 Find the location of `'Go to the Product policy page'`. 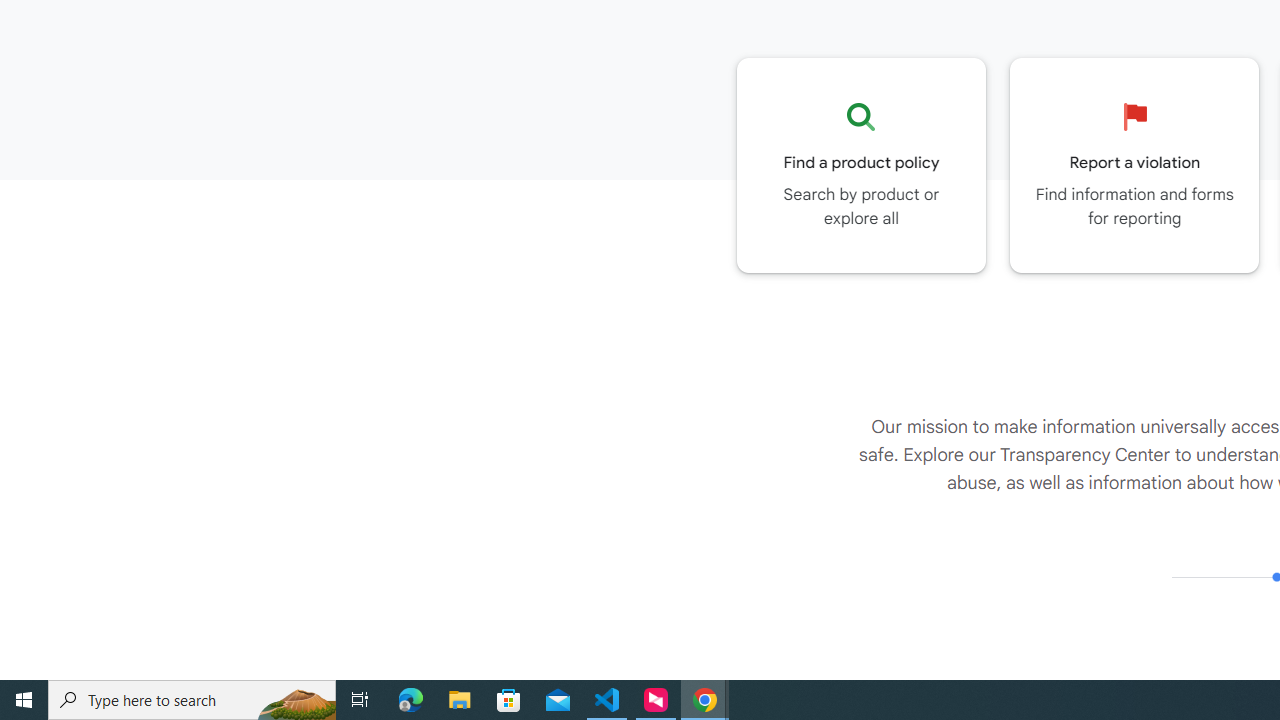

'Go to the Product policy page' is located at coordinates (861, 164).